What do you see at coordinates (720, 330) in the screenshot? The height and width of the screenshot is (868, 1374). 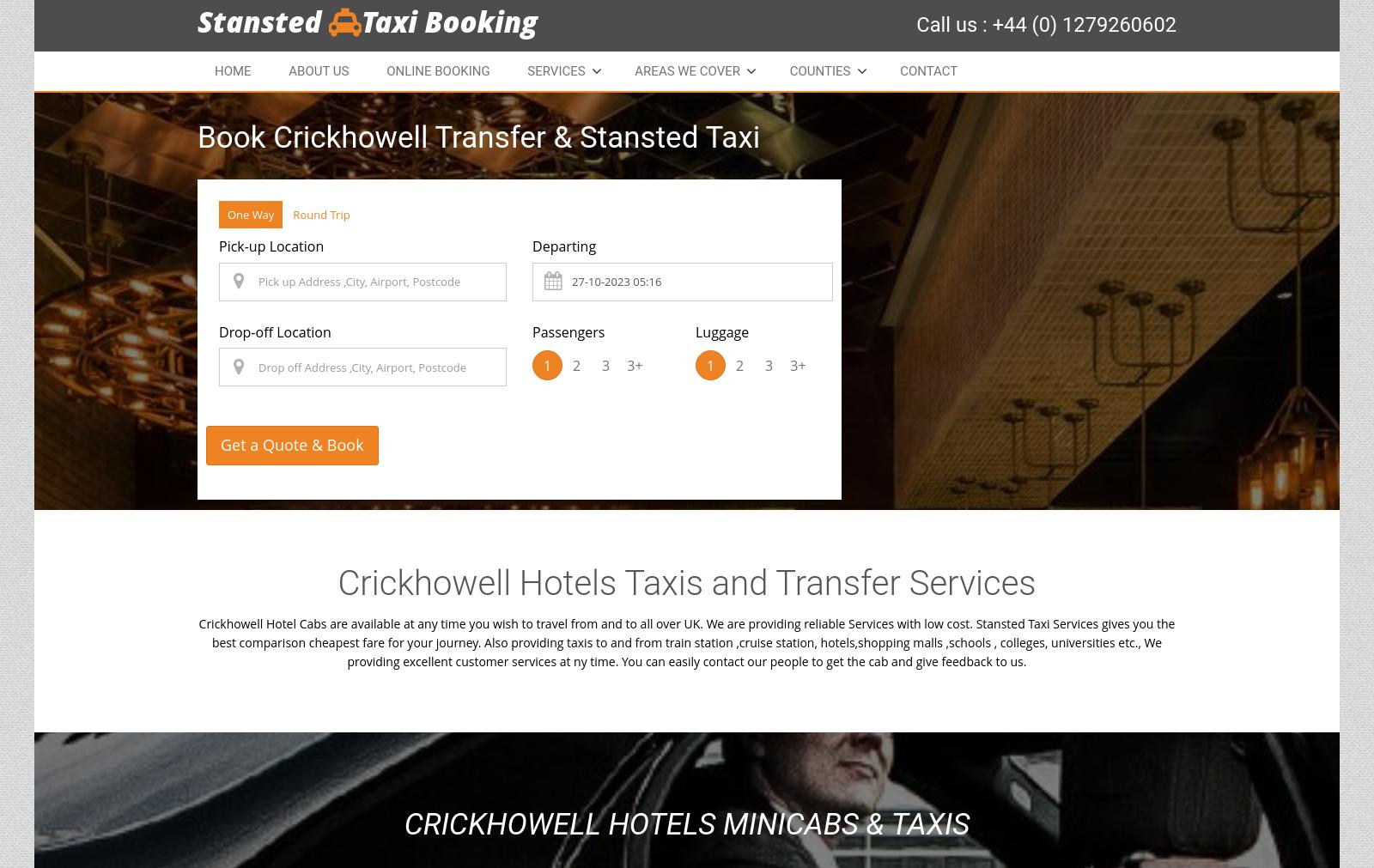 I see `'Luggage'` at bounding box center [720, 330].